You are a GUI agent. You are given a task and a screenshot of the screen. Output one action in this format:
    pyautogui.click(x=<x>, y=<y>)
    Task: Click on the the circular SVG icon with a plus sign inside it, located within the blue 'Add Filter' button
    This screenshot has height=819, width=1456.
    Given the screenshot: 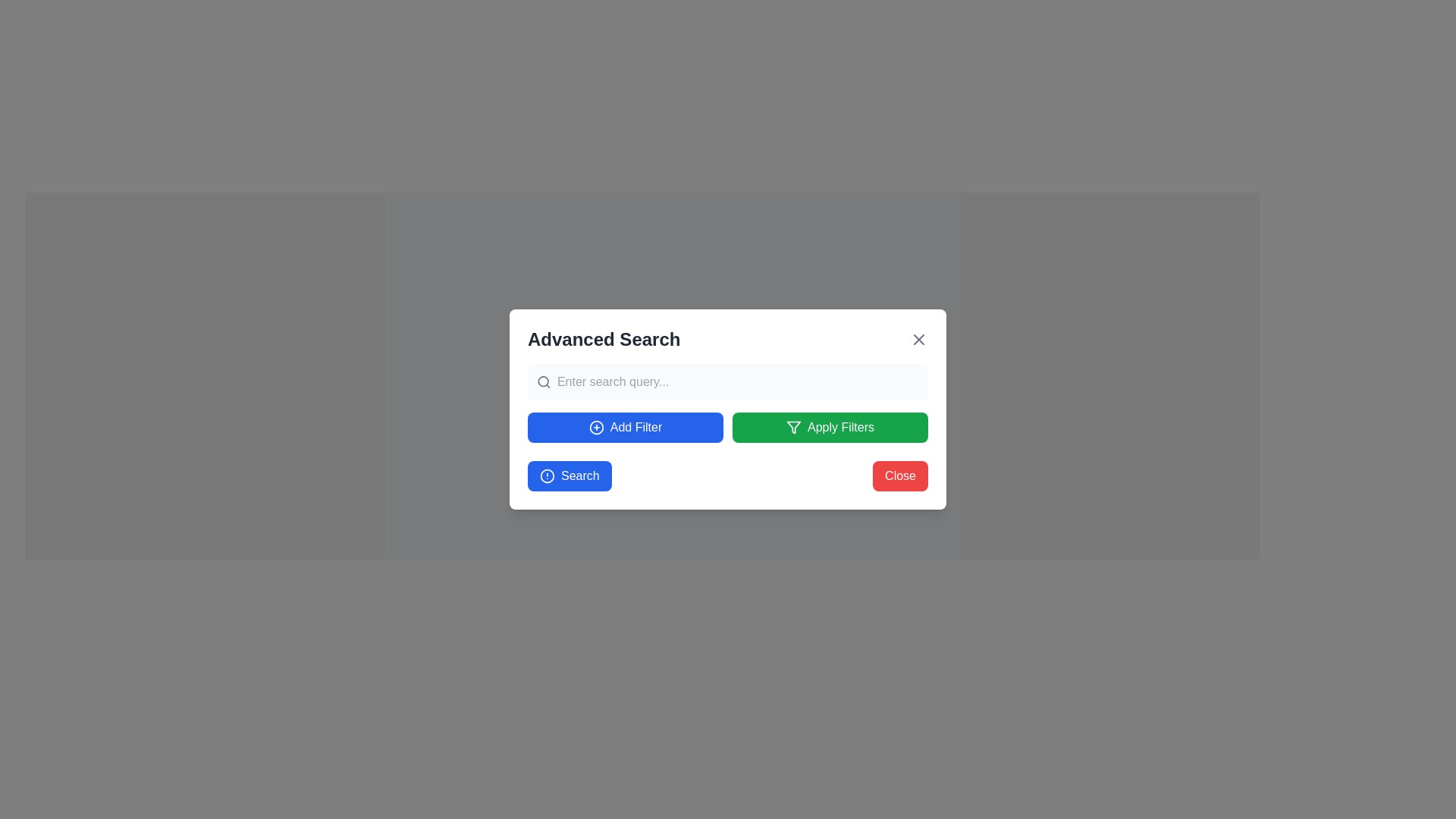 What is the action you would take?
    pyautogui.click(x=595, y=427)
    